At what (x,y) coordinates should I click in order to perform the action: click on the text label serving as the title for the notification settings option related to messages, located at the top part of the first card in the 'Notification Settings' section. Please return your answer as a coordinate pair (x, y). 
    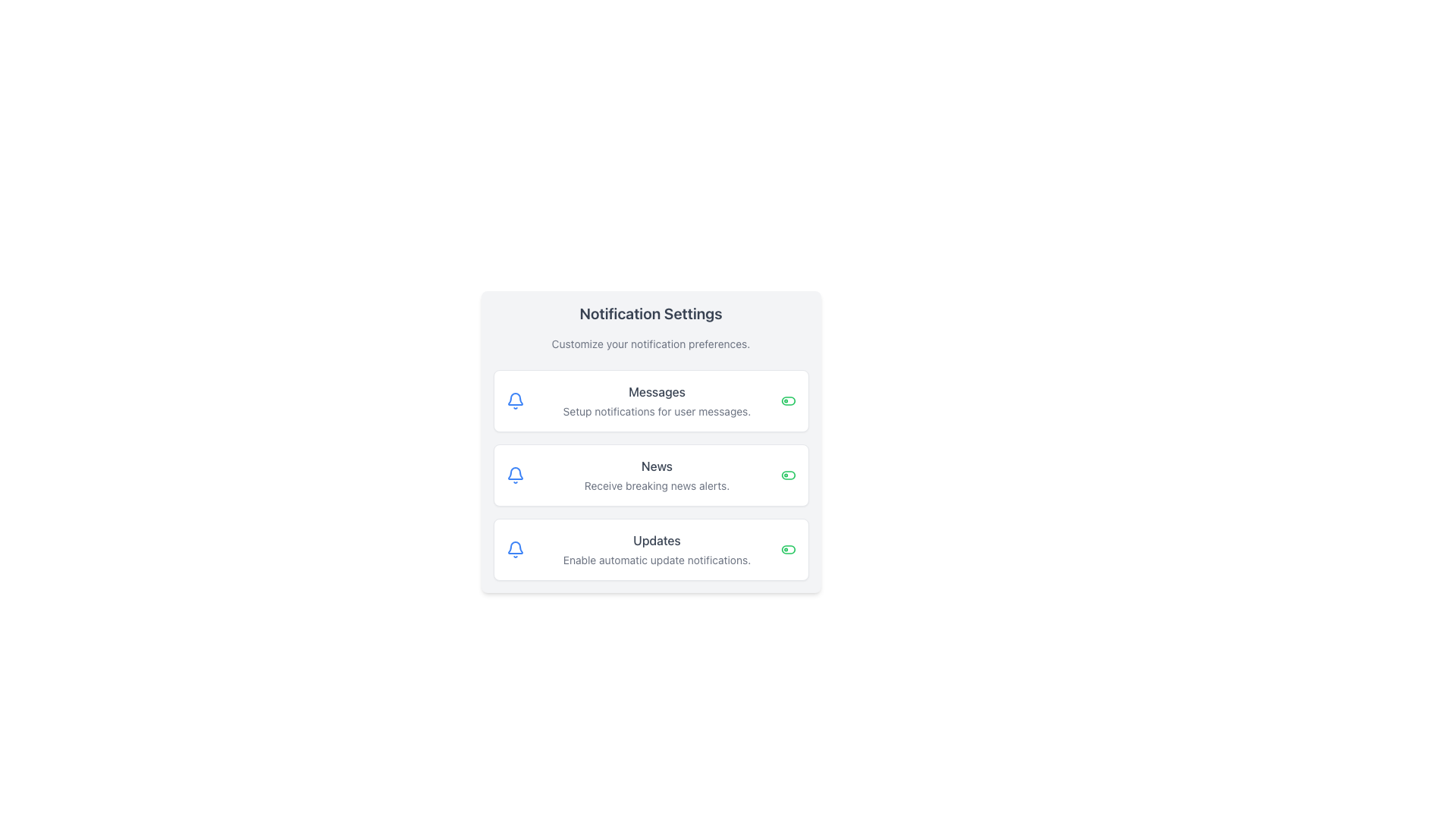
    Looking at the image, I should click on (657, 391).